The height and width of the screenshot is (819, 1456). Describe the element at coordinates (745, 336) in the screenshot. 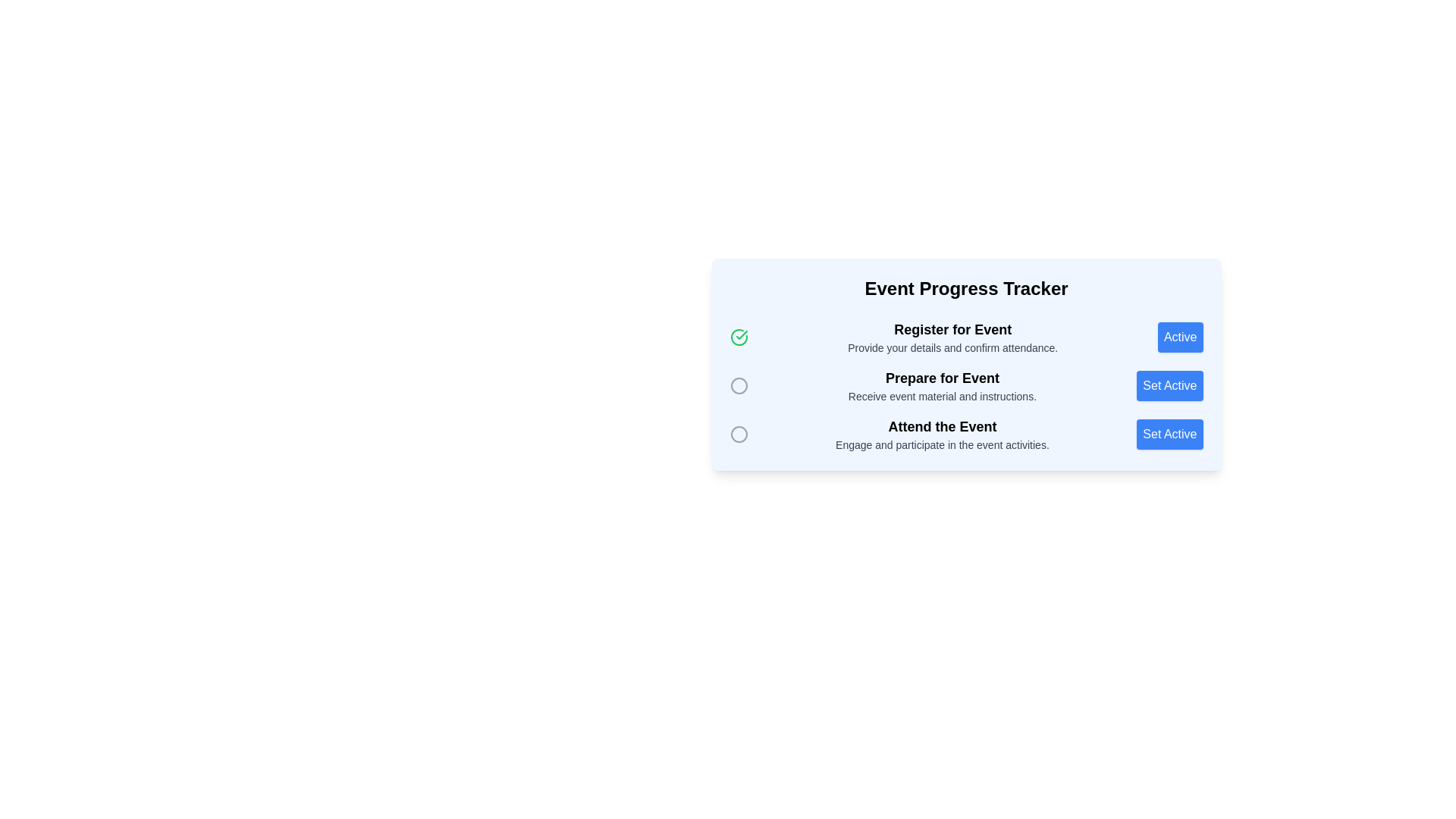

I see `the icon that indicates the completion or current activity of the 'Register for Event' step in the 'Event Progress Tracker' section, located to the left of the corresponding text` at that location.